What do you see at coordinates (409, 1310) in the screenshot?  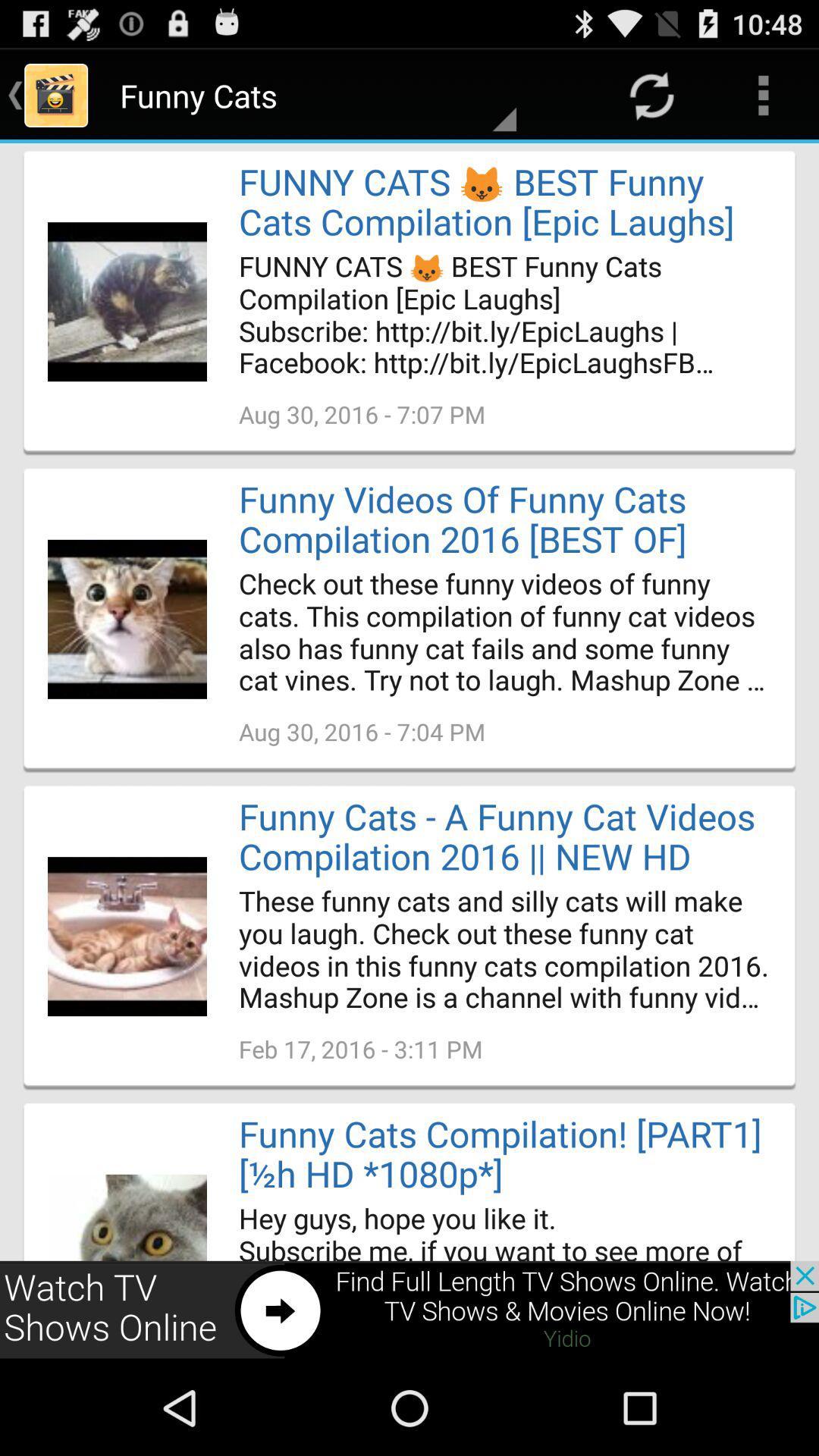 I see `advertisement` at bounding box center [409, 1310].